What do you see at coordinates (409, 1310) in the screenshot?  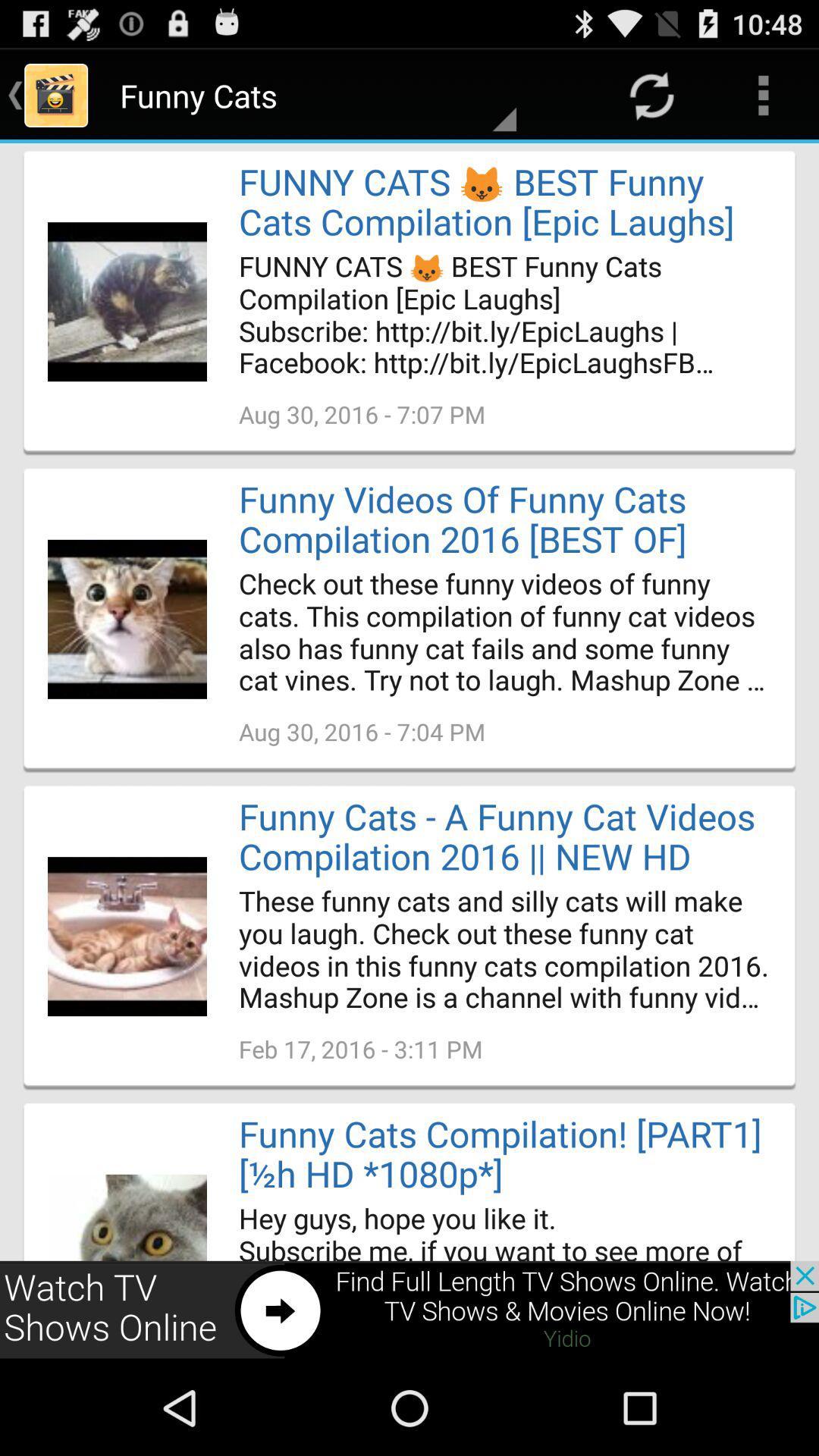 I see `advertisement` at bounding box center [409, 1310].